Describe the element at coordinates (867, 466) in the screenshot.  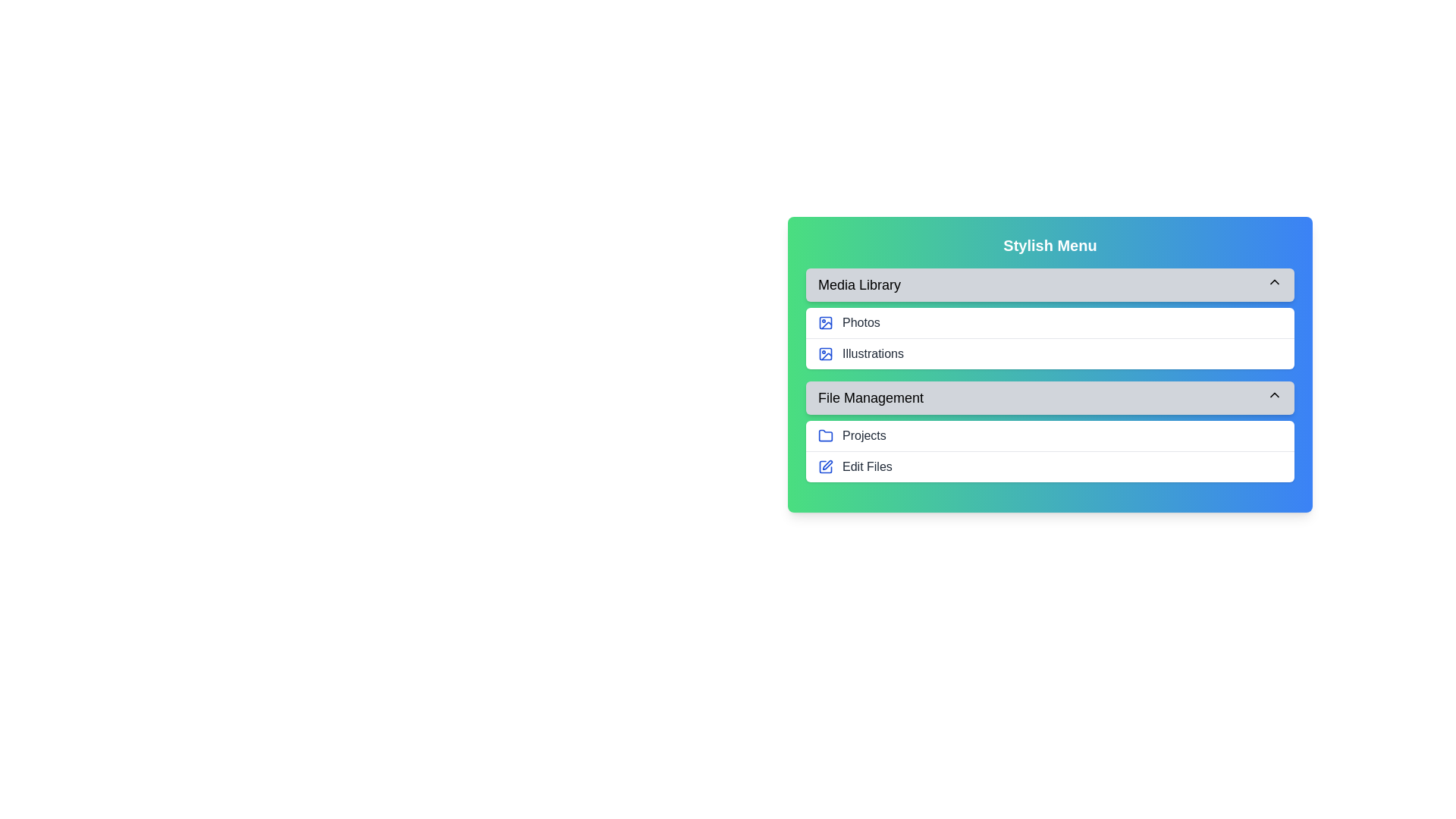
I see `the Text Label indicating an interactive item related to editing file-related actions in the bottom row of the 'File Management' section` at that location.